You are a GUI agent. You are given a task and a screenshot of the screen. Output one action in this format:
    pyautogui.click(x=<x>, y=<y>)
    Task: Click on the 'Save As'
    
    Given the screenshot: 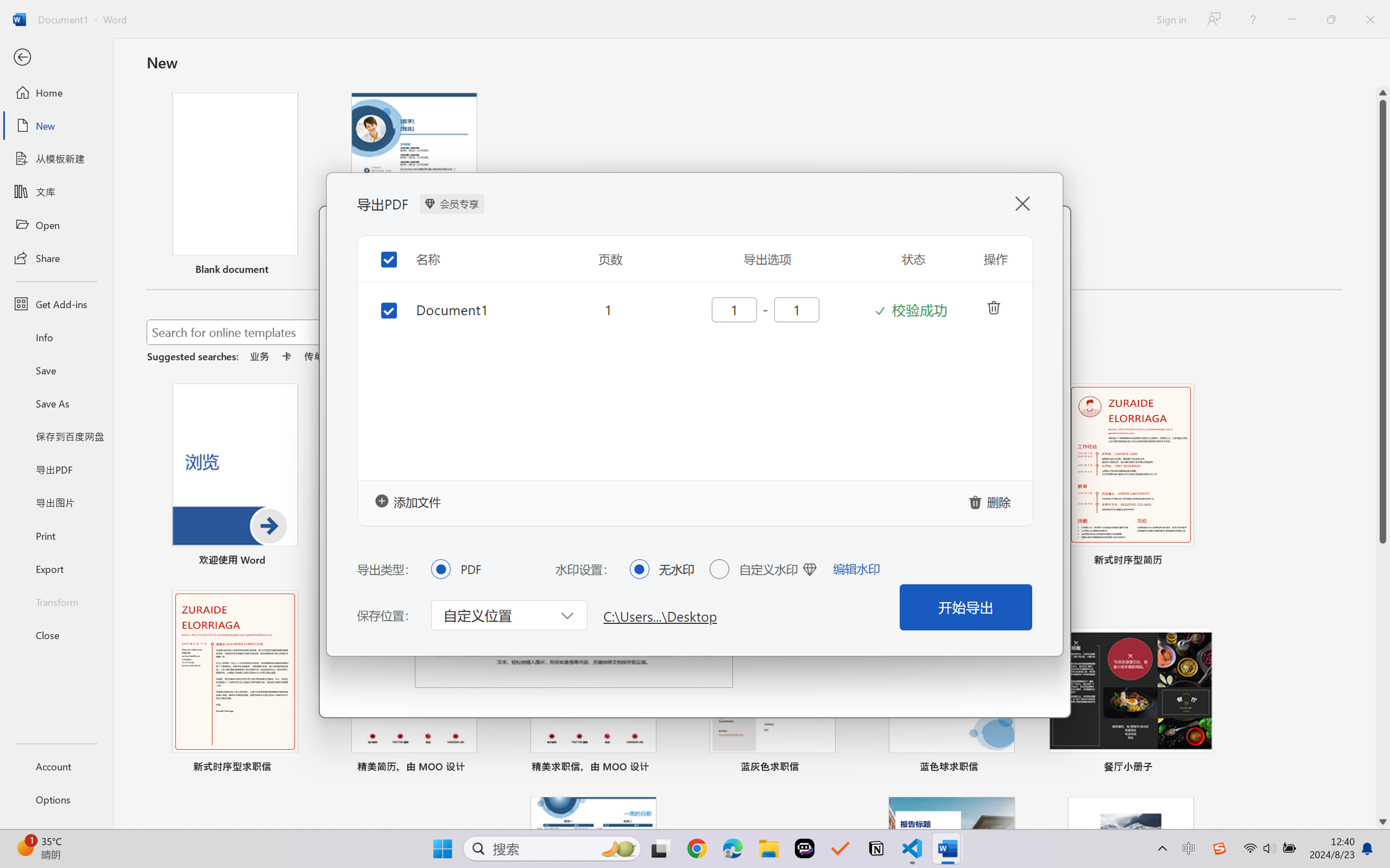 What is the action you would take?
    pyautogui.click(x=56, y=403)
    